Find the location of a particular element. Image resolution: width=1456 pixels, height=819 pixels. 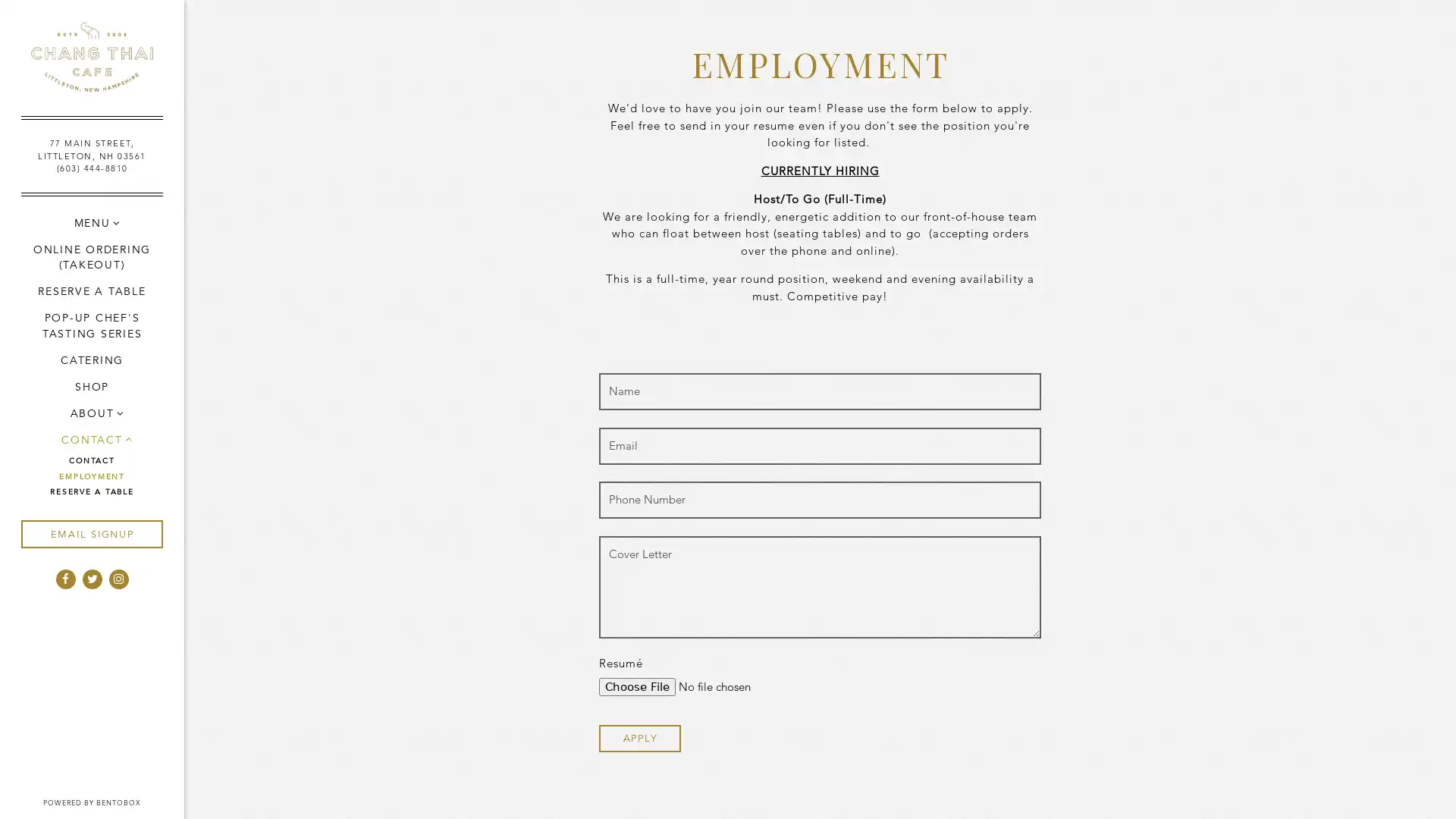

MENU is located at coordinates (90, 222).